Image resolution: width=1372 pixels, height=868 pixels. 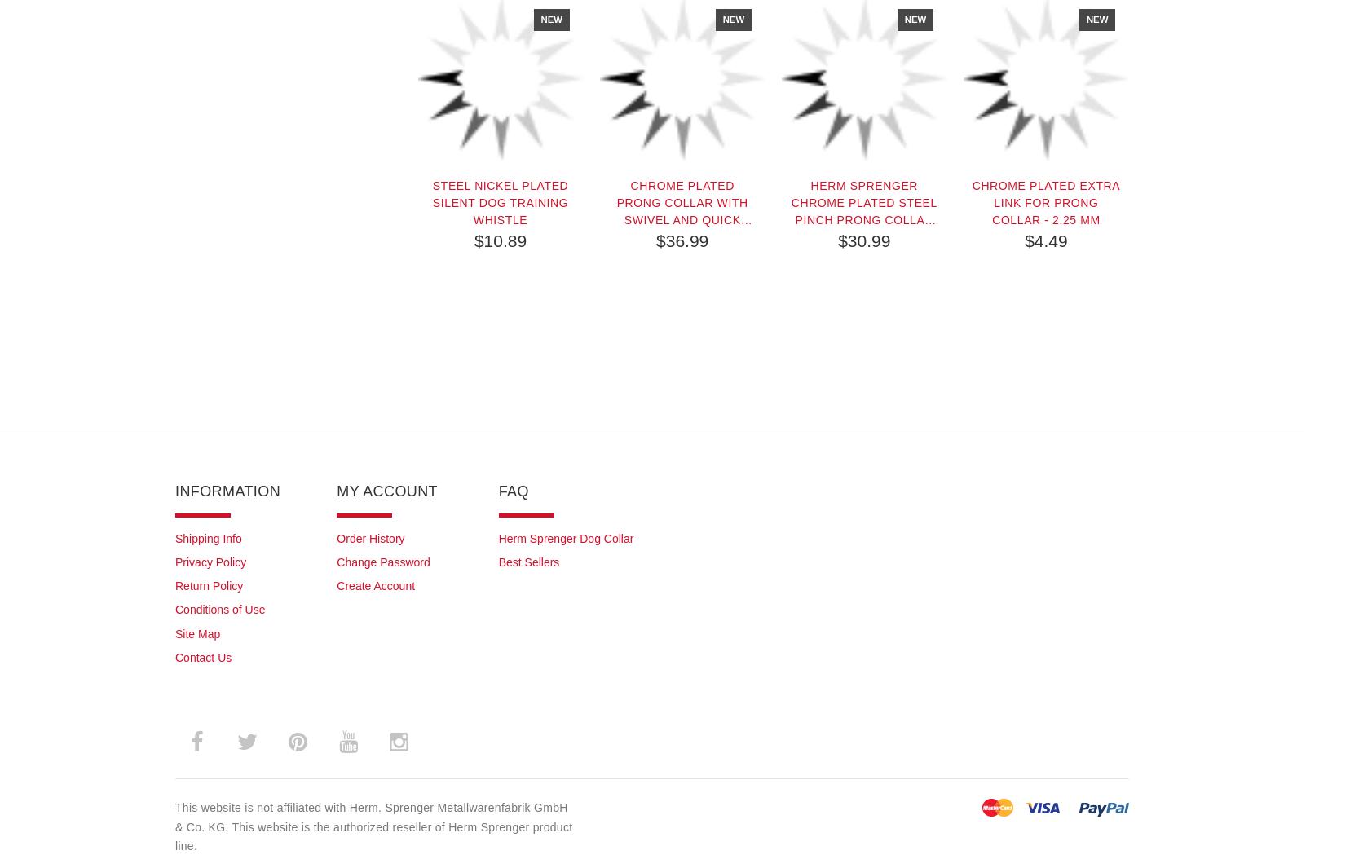 I want to click on 'Create Account', so click(x=375, y=585).